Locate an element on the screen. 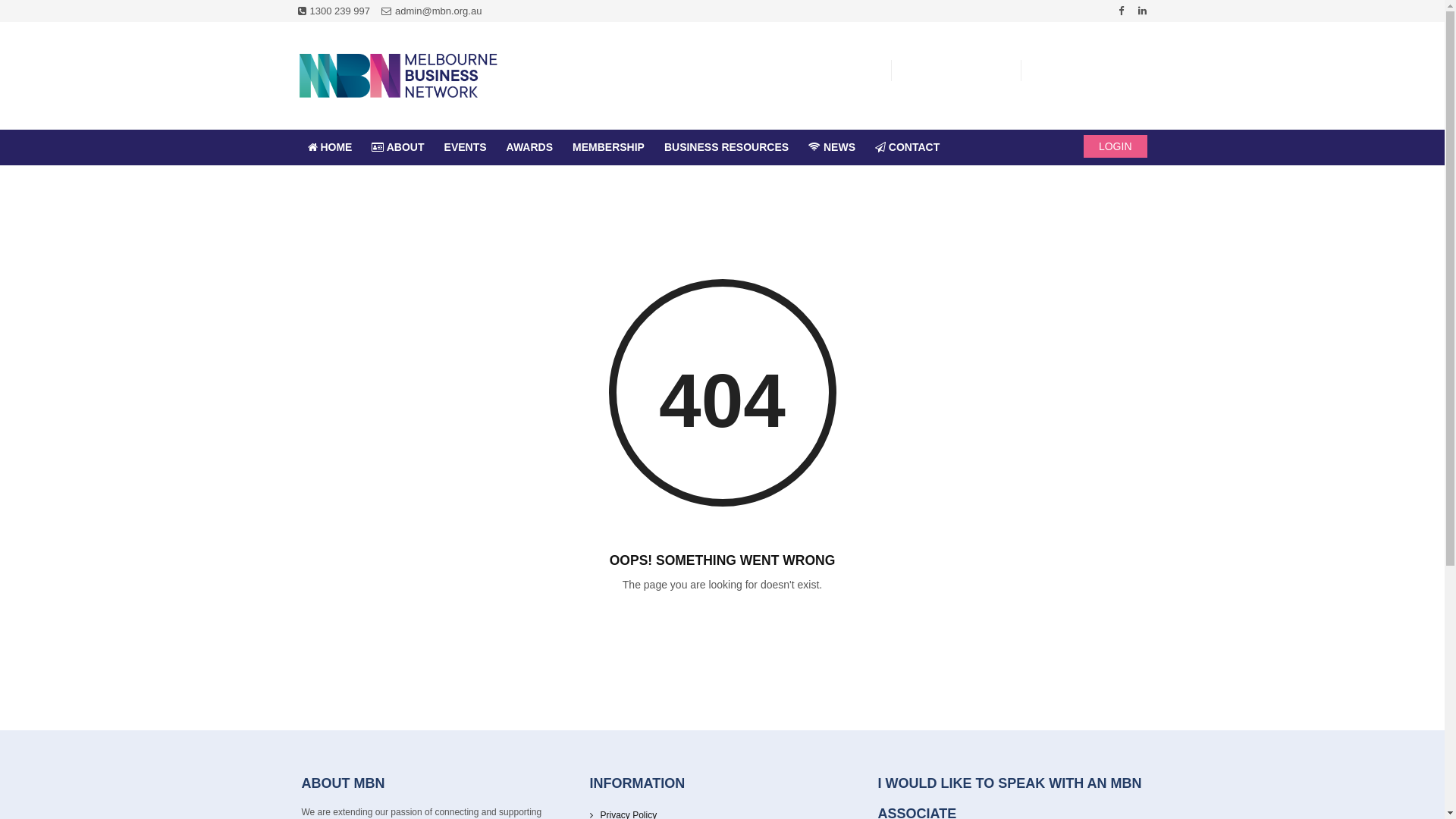 This screenshot has width=1456, height=819. 'LOGIN' is located at coordinates (1083, 146).